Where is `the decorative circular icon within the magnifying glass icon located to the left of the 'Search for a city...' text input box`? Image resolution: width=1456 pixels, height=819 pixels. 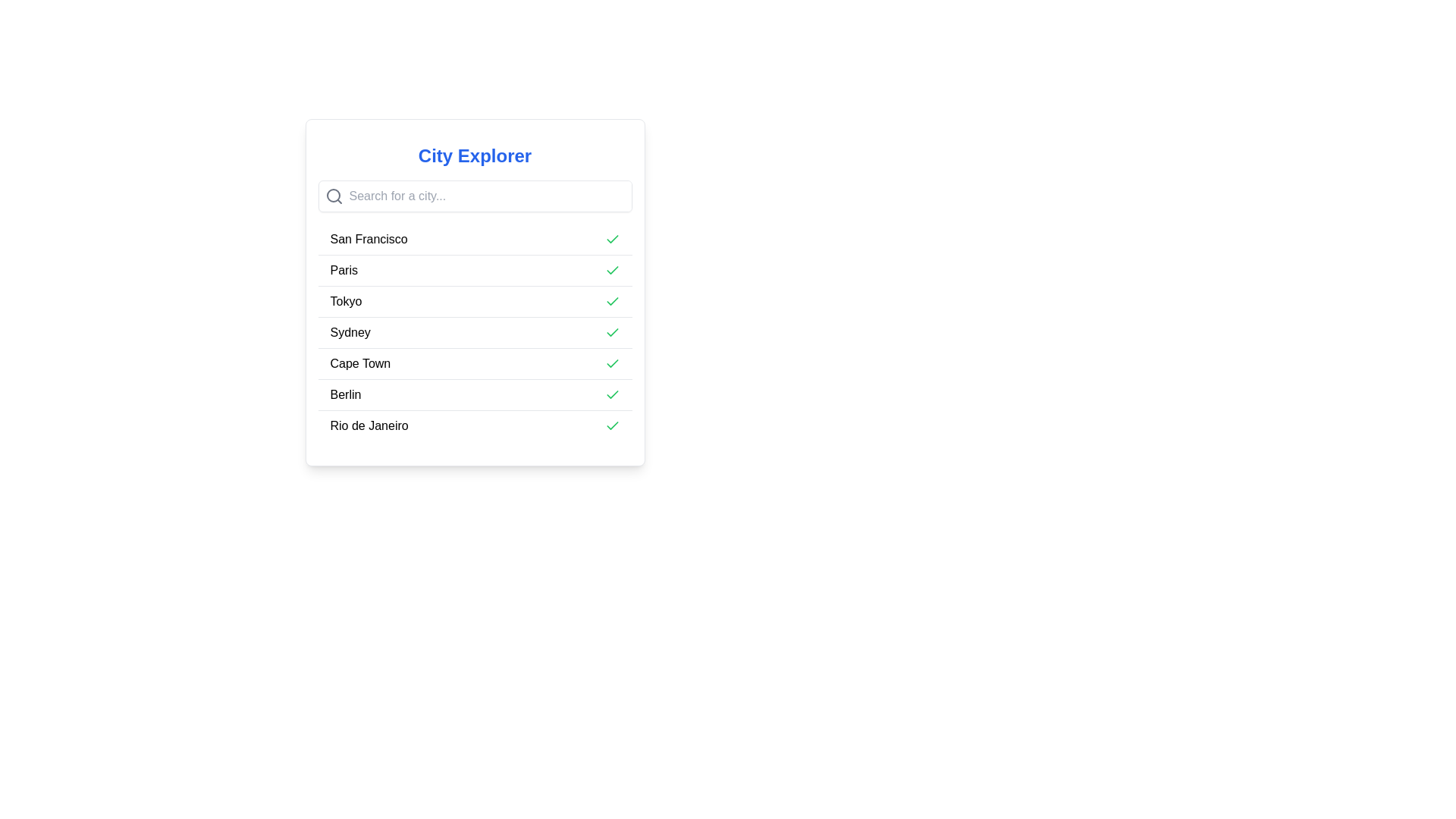 the decorative circular icon within the magnifying glass icon located to the left of the 'Search for a city...' text input box is located at coordinates (332, 195).